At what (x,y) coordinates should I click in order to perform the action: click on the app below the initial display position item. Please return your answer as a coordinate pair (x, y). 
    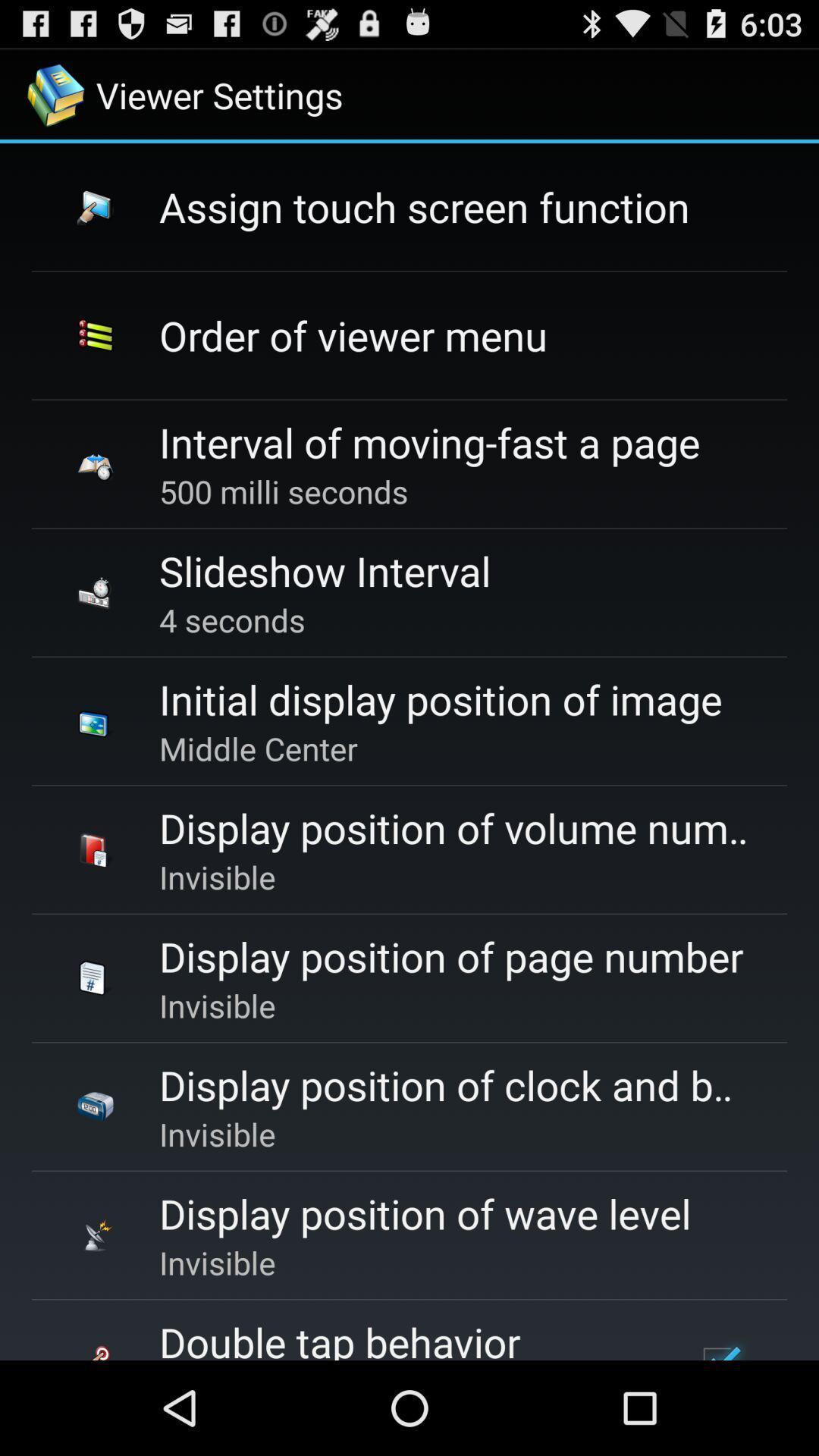
    Looking at the image, I should click on (257, 748).